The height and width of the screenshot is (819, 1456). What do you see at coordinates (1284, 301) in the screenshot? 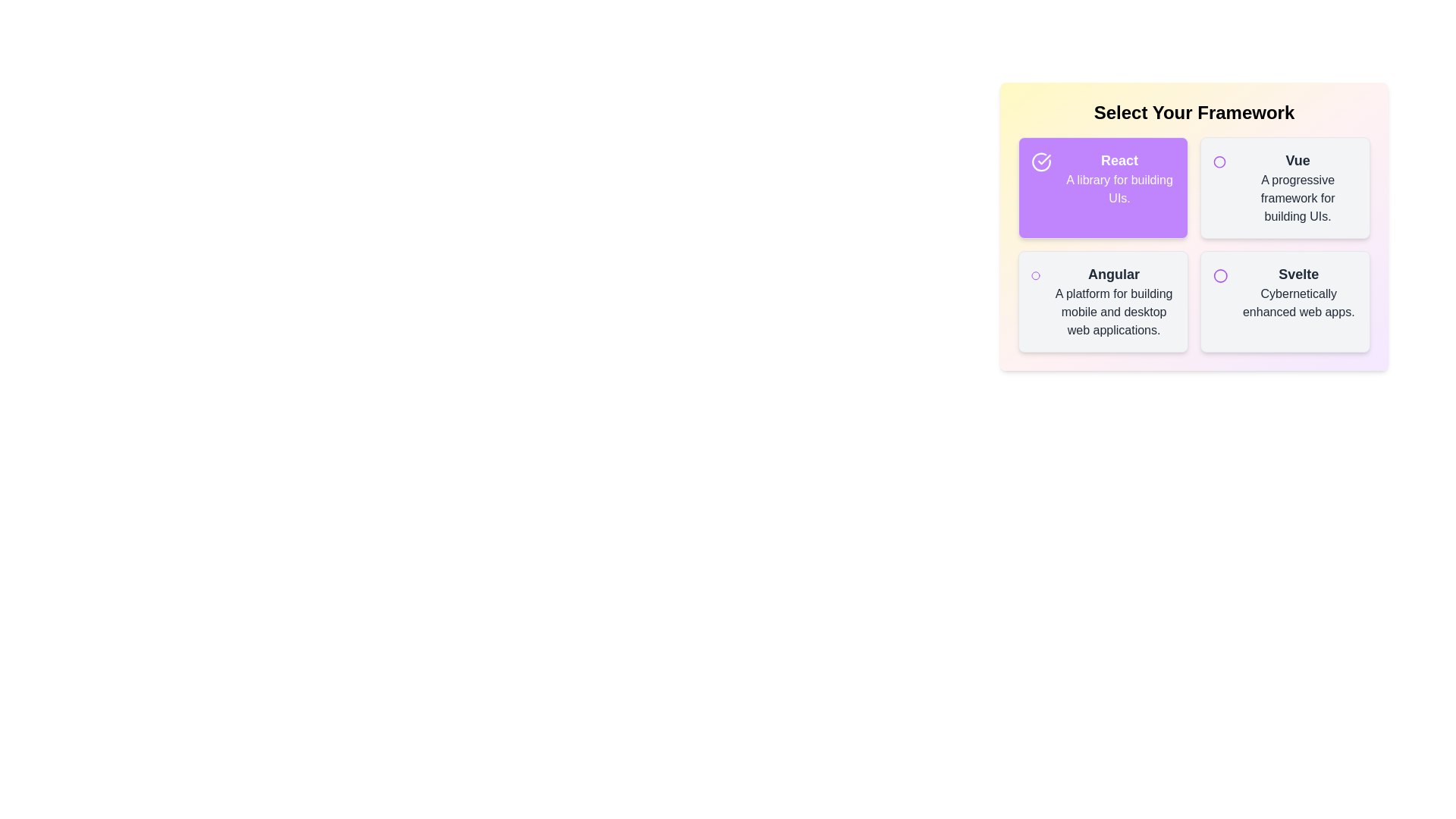
I see `the item labeled Svelte to observe its hover effect` at bounding box center [1284, 301].